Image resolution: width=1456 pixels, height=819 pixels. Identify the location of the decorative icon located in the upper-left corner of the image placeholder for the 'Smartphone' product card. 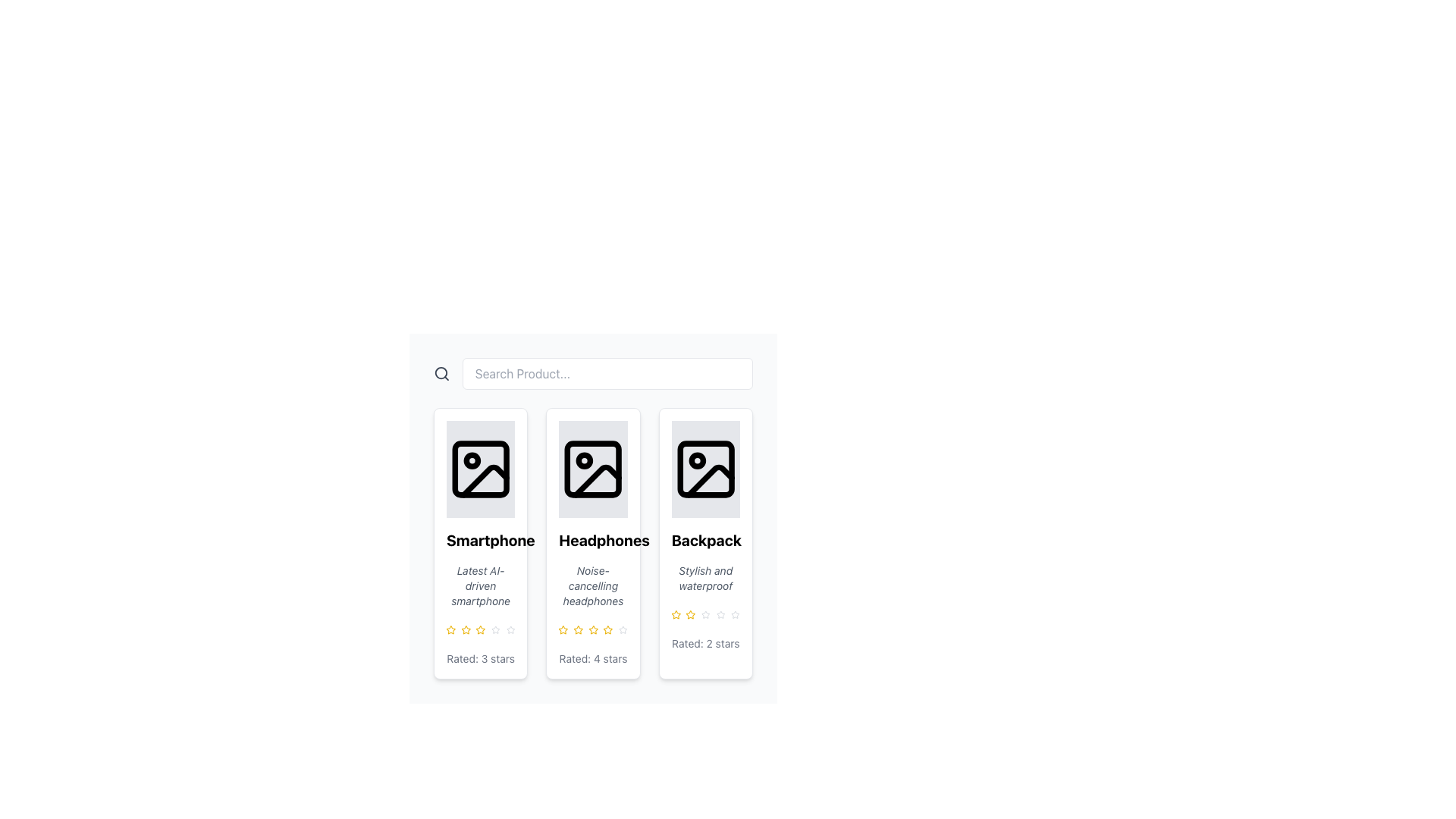
(471, 460).